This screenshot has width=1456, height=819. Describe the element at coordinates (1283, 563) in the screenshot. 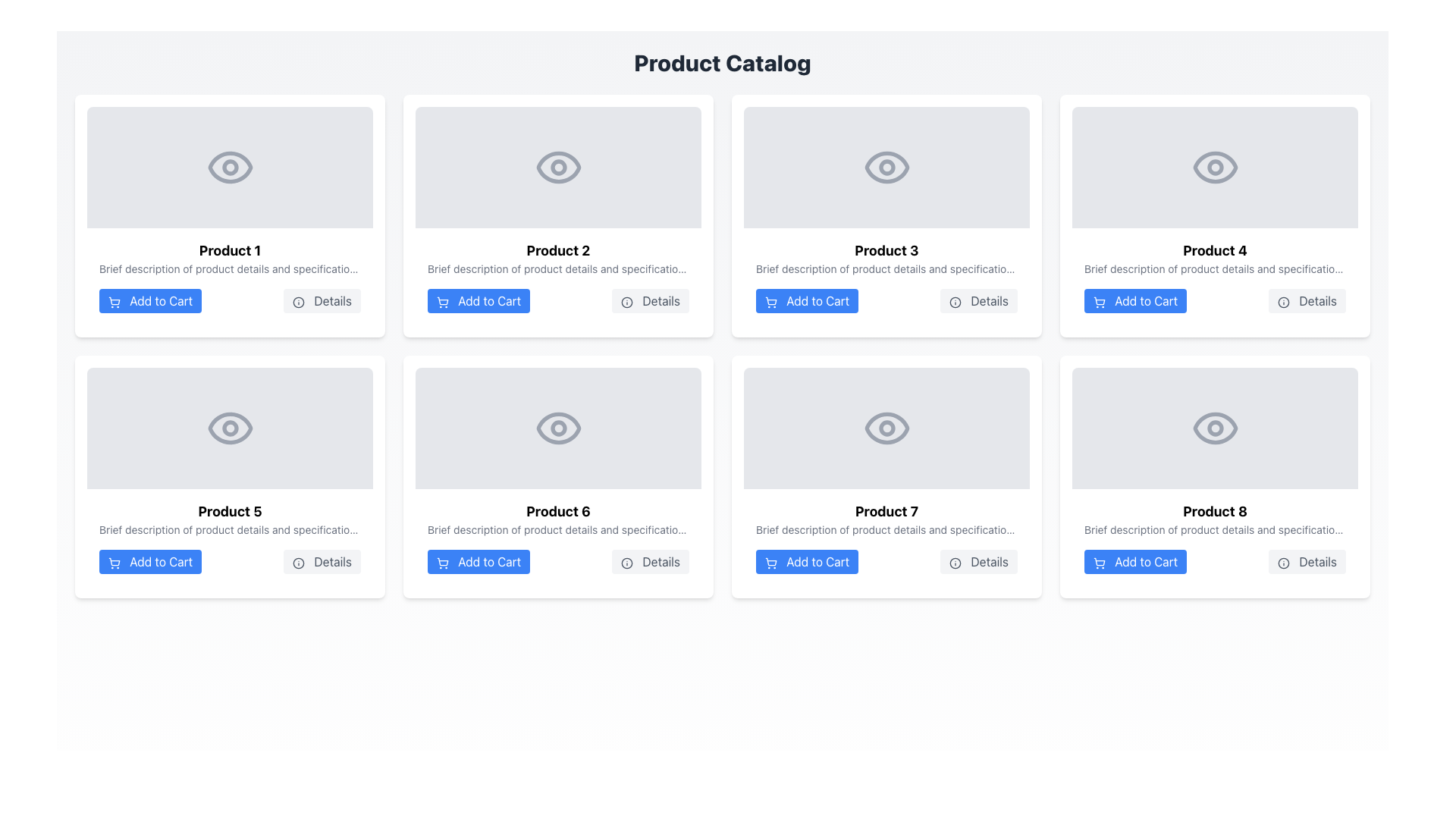

I see `the 'Details' button which contains the circular information icon with the letter 'i'` at that location.